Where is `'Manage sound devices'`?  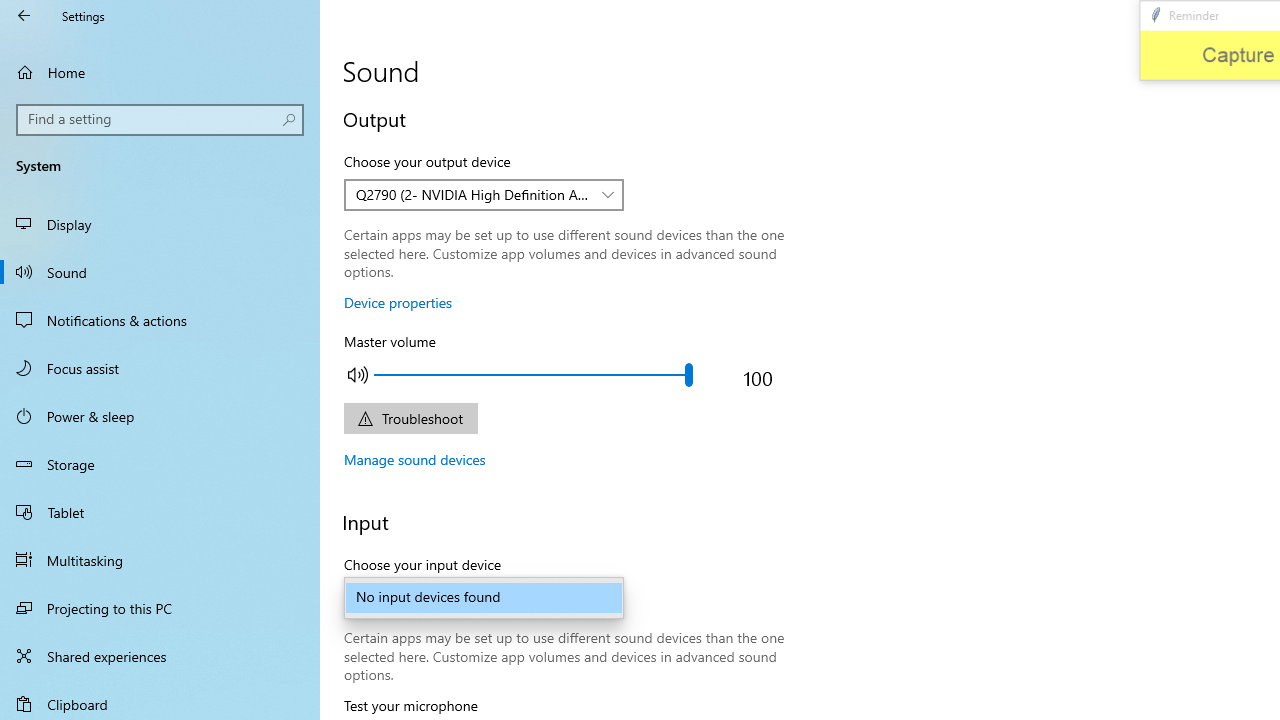
'Manage sound devices' is located at coordinates (414, 459).